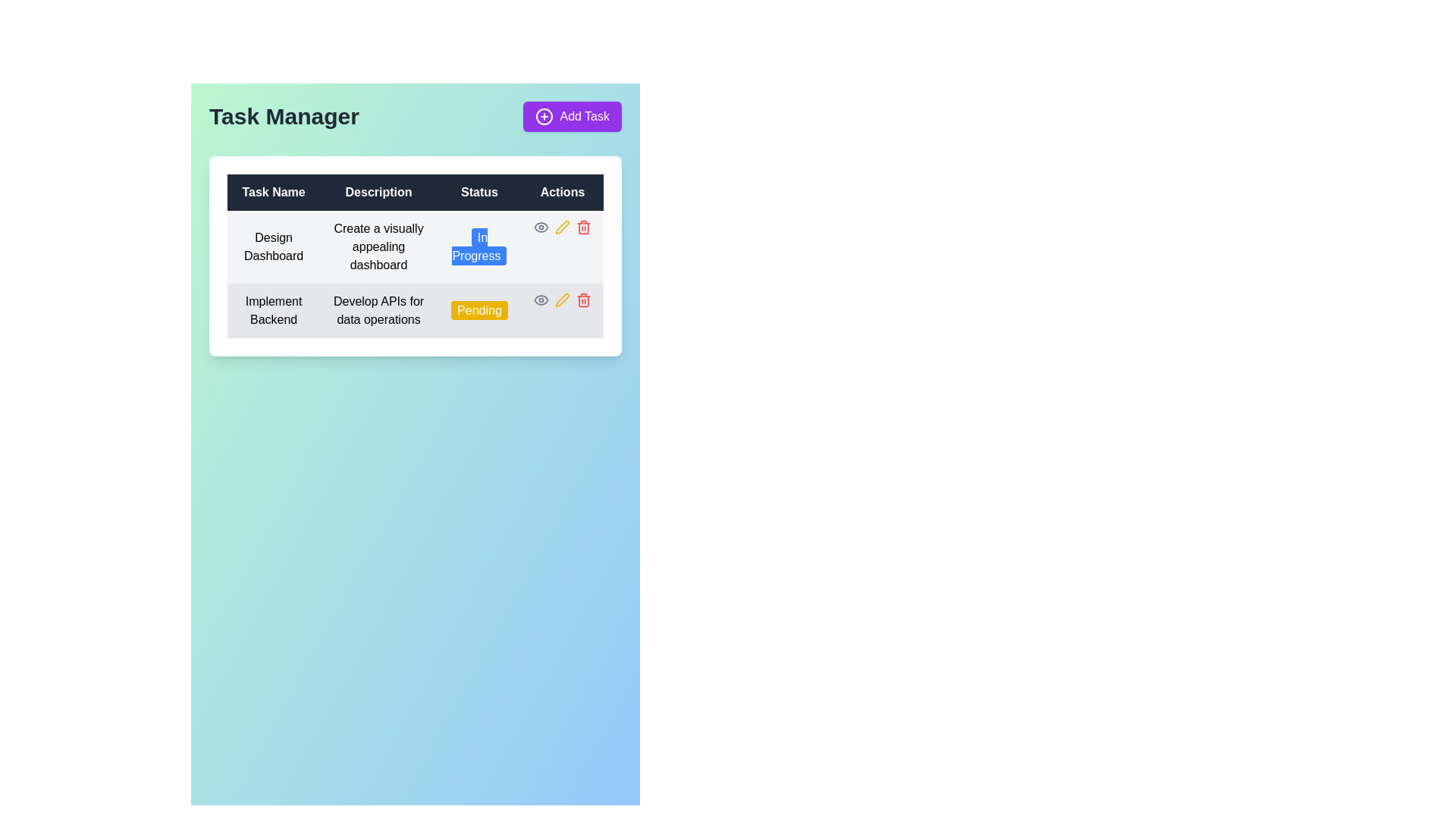 The width and height of the screenshot is (1456, 819). What do you see at coordinates (561, 227) in the screenshot?
I see `the yellow edit icon button located in the 'Actions' column next to the task labeled 'Implement Backend' to initiate task editing` at bounding box center [561, 227].